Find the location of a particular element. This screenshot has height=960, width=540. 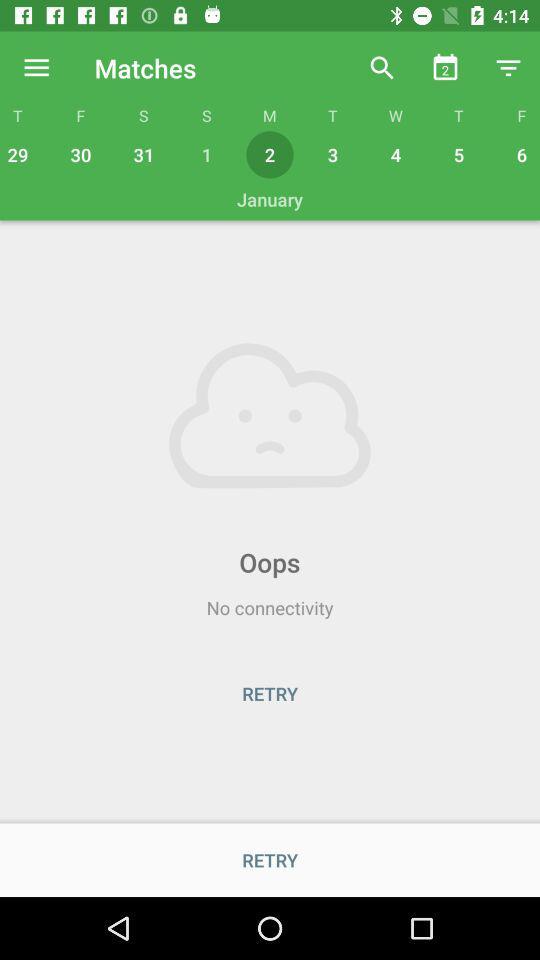

the 5 icon is located at coordinates (459, 153).